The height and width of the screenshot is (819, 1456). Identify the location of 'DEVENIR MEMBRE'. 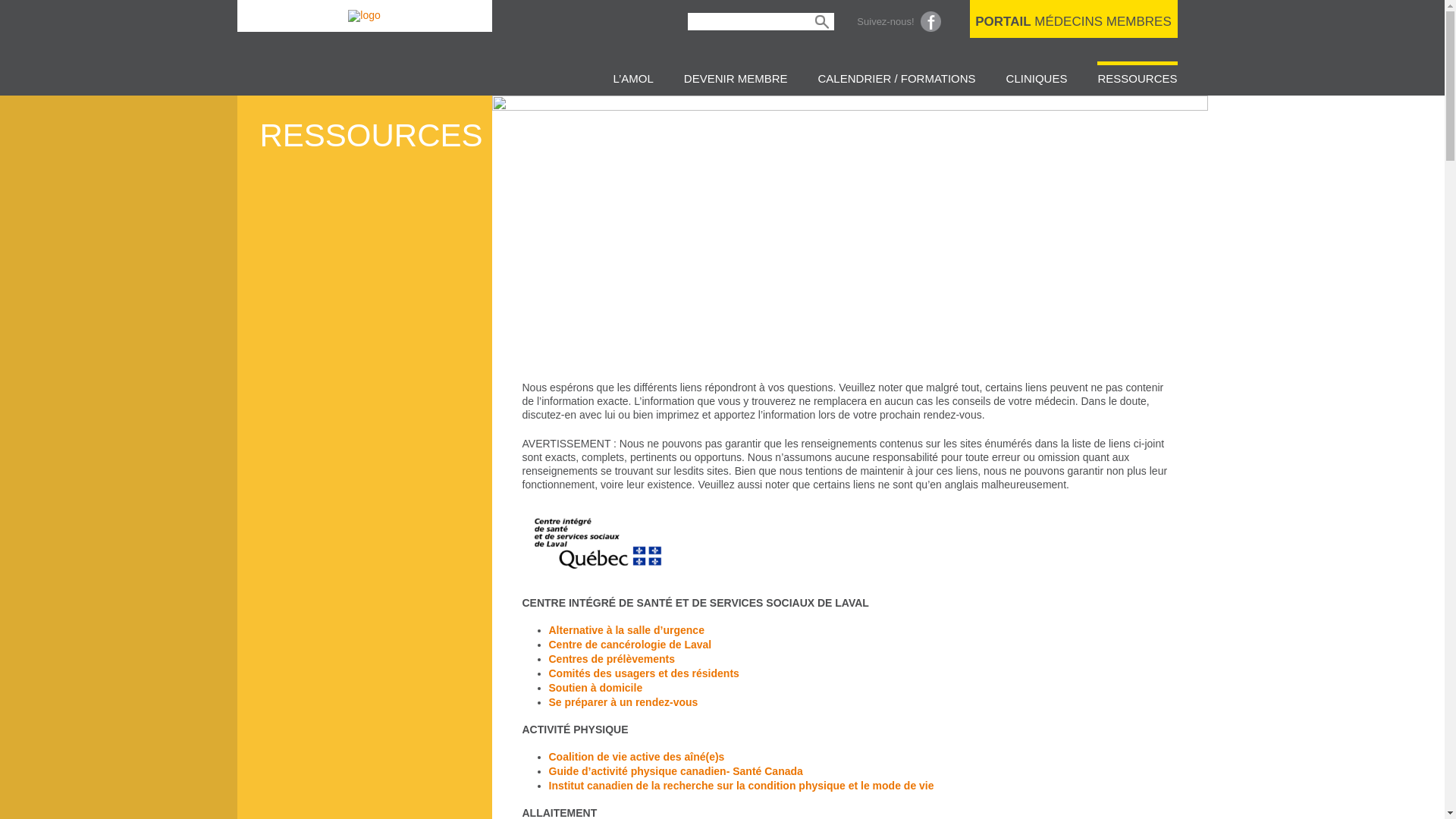
(736, 76).